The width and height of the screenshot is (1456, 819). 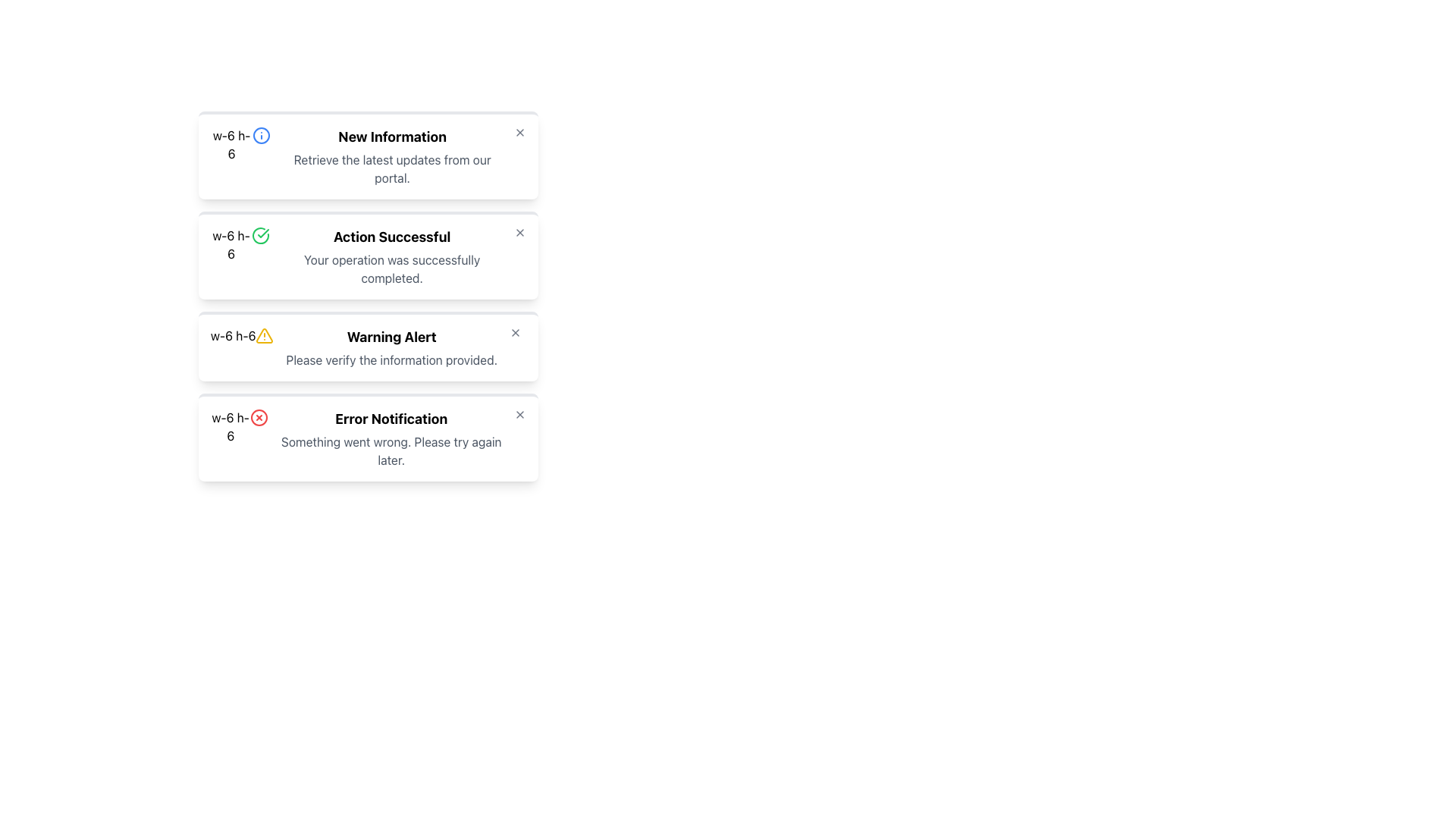 What do you see at coordinates (520, 131) in the screenshot?
I see `the close button located in the top-right corner of the 'New Information' notification card to change its appearance` at bounding box center [520, 131].